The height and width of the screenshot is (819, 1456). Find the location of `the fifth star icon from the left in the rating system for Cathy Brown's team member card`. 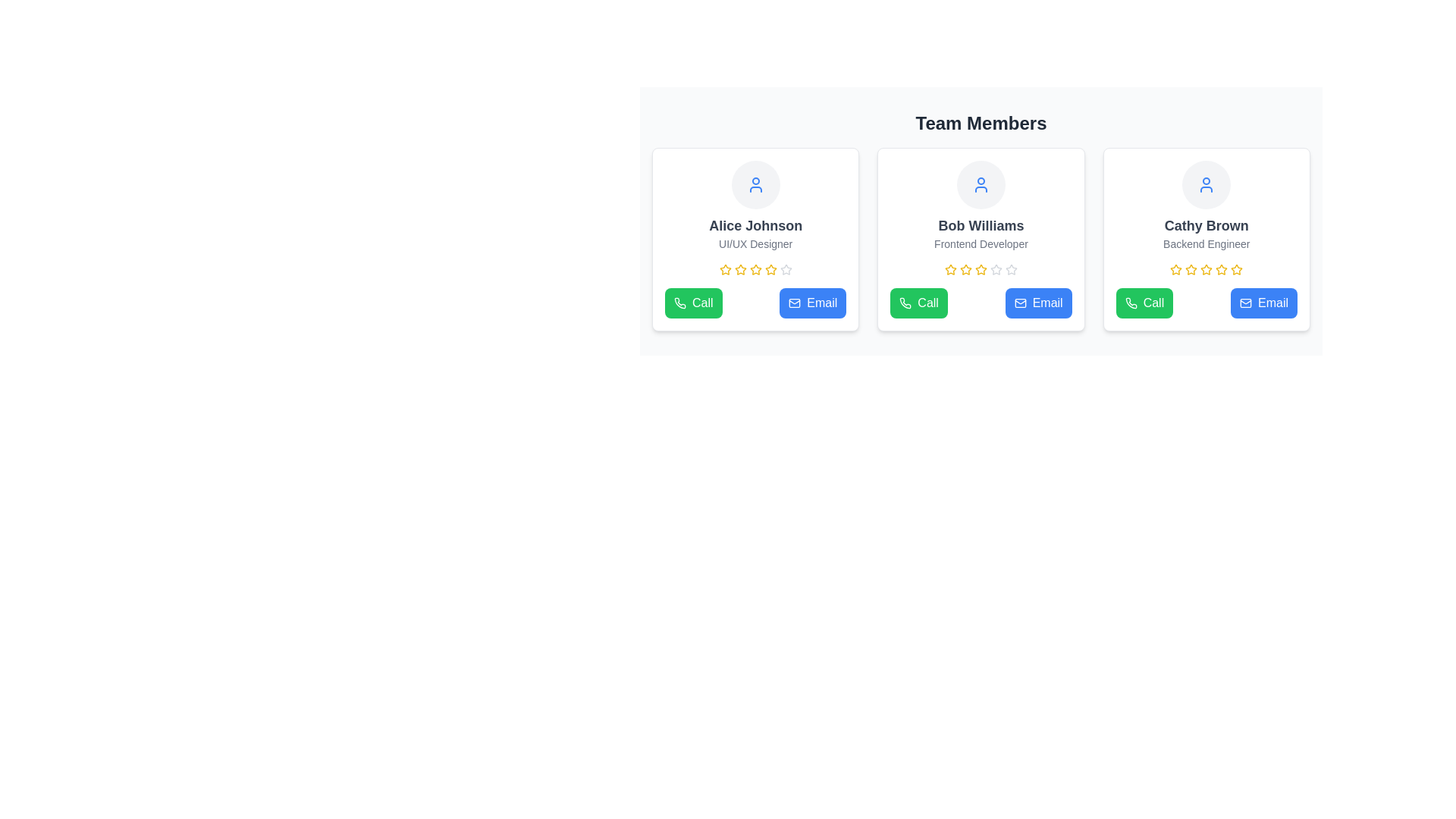

the fifth star icon from the left in the rating system for Cathy Brown's team member card is located at coordinates (1237, 268).